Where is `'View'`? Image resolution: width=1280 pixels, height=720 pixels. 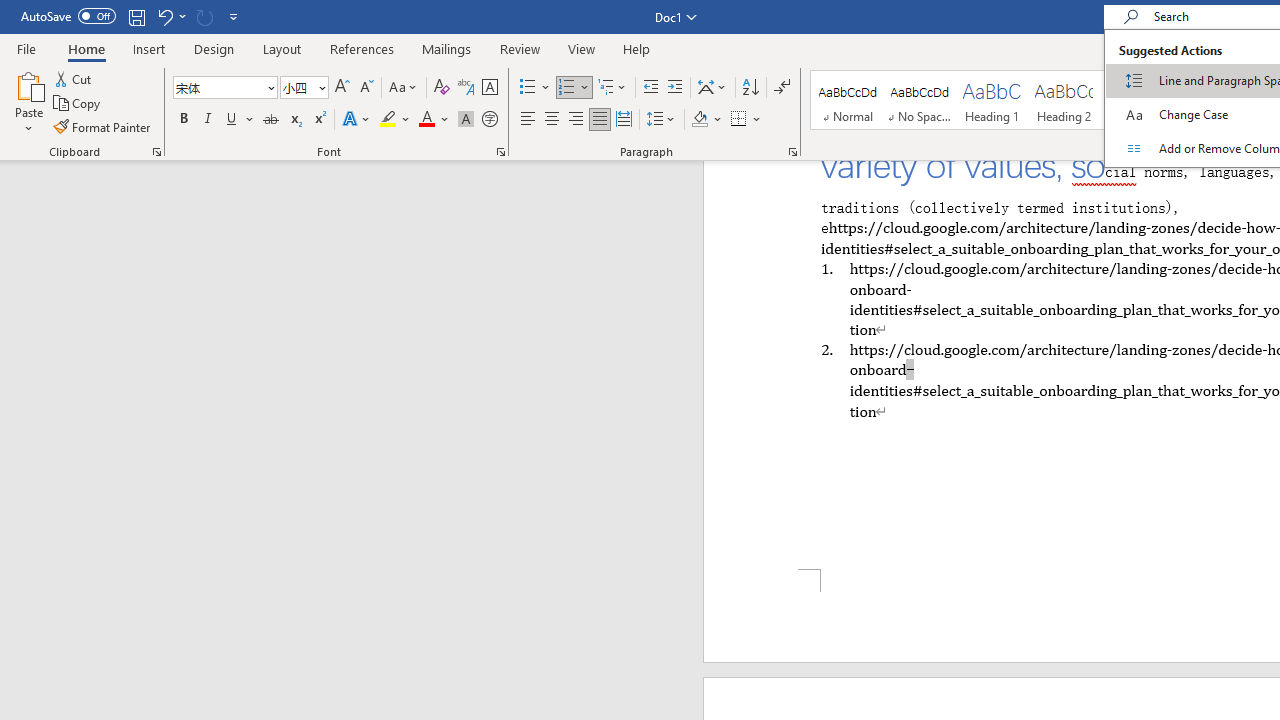 'View' is located at coordinates (581, 48).